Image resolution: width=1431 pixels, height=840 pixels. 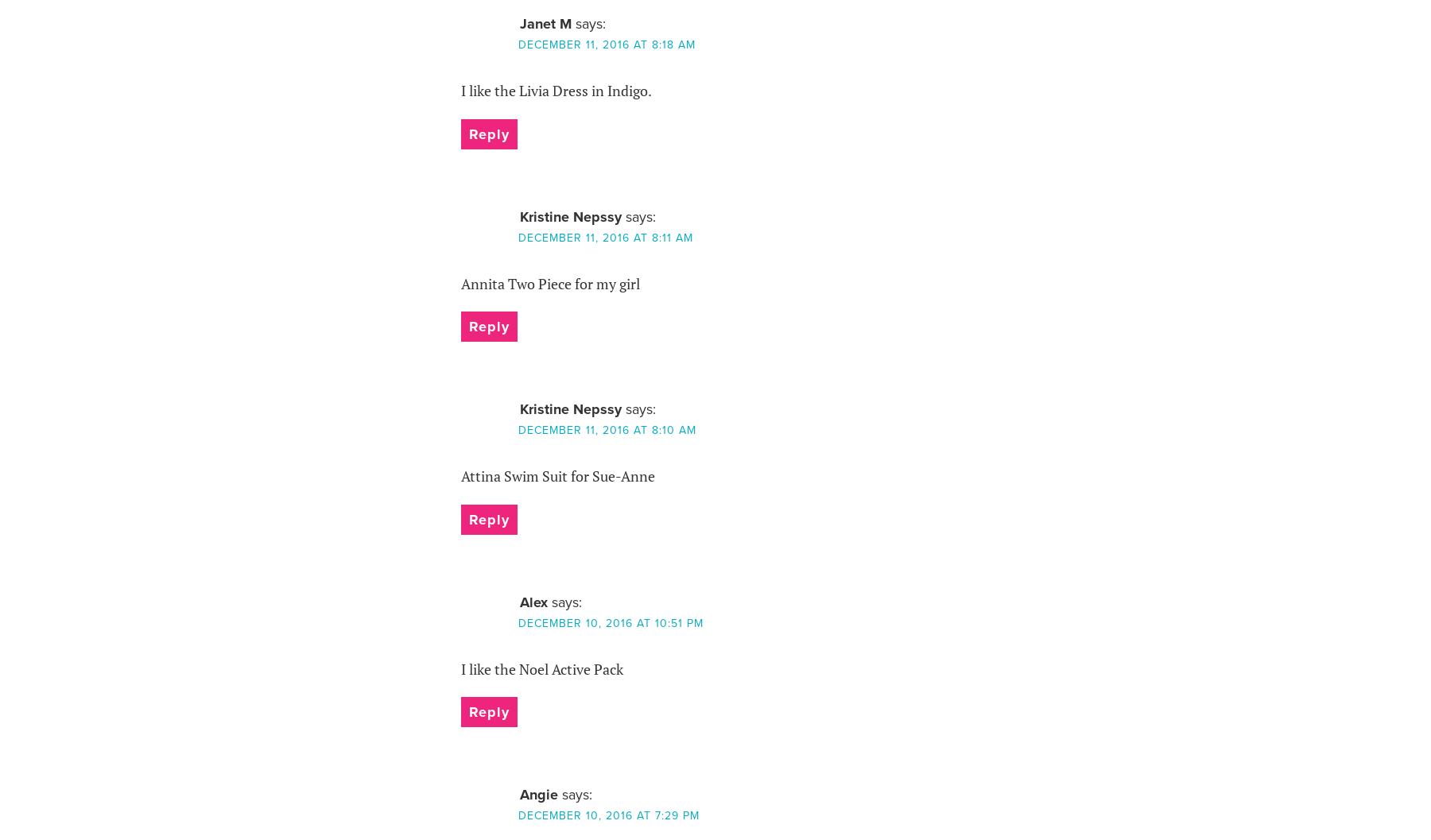 What do you see at coordinates (605, 45) in the screenshot?
I see `'December 11, 2016 at 8:18 am'` at bounding box center [605, 45].